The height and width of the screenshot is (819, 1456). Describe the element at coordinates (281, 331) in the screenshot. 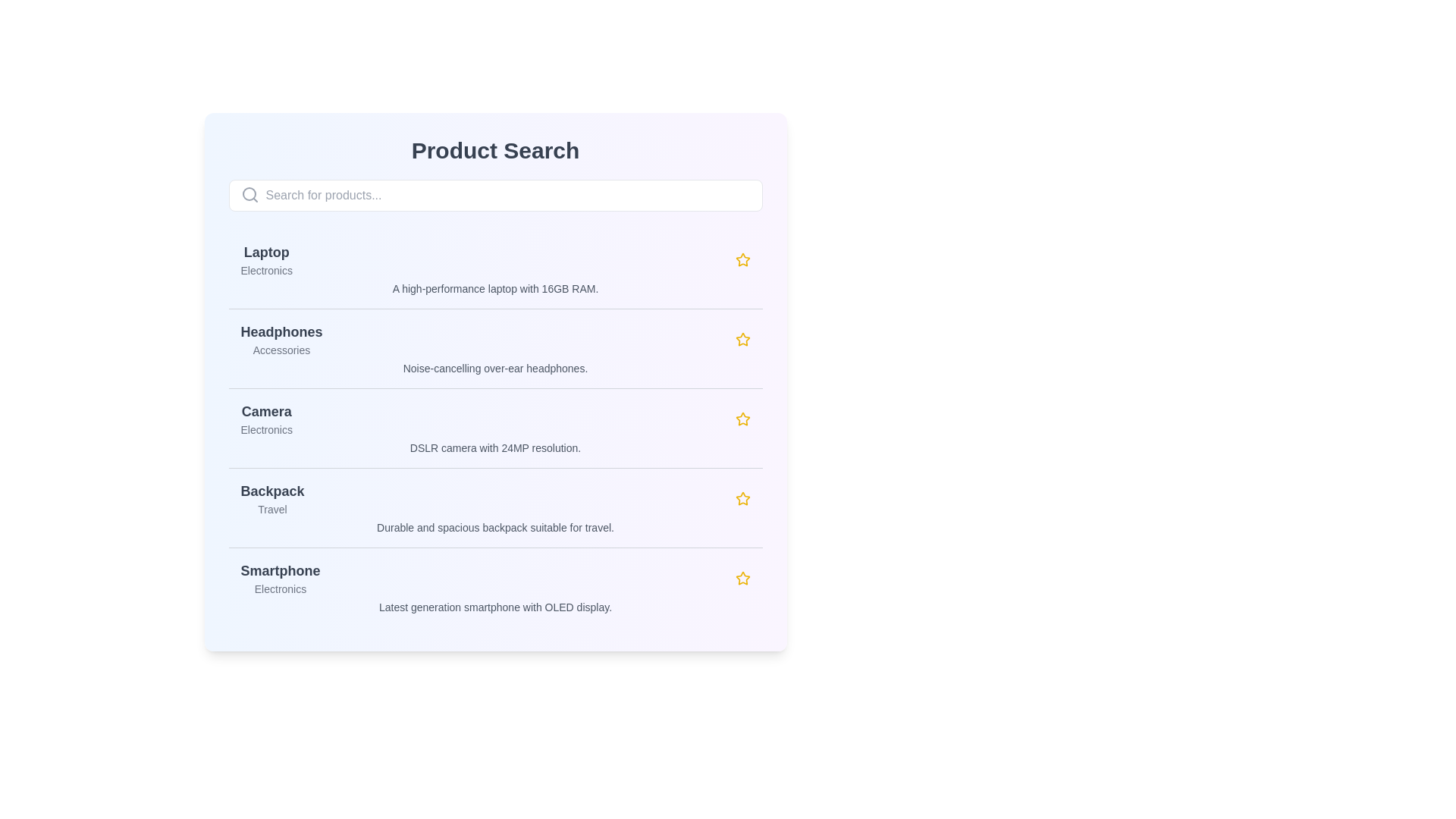

I see `text label displaying 'Headphones', which is styled in a bold and larger font size, positioned slightly below the top center of the list within the 'HeadphonesAccessories' group` at that location.